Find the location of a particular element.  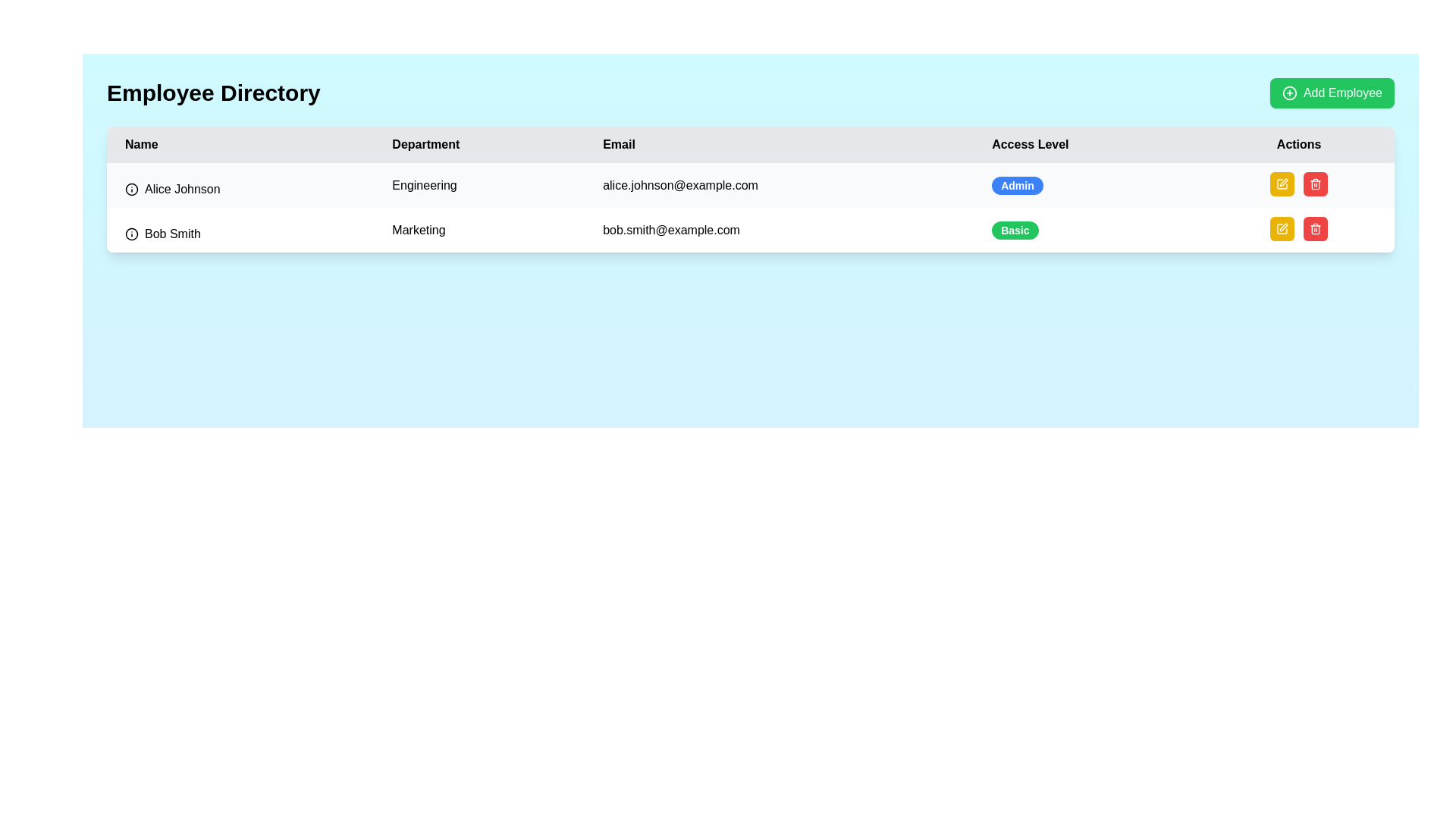

the yellow rectangular button with a pen symbol located in the 'Actions' column of the first row of the table is located at coordinates (1282, 184).